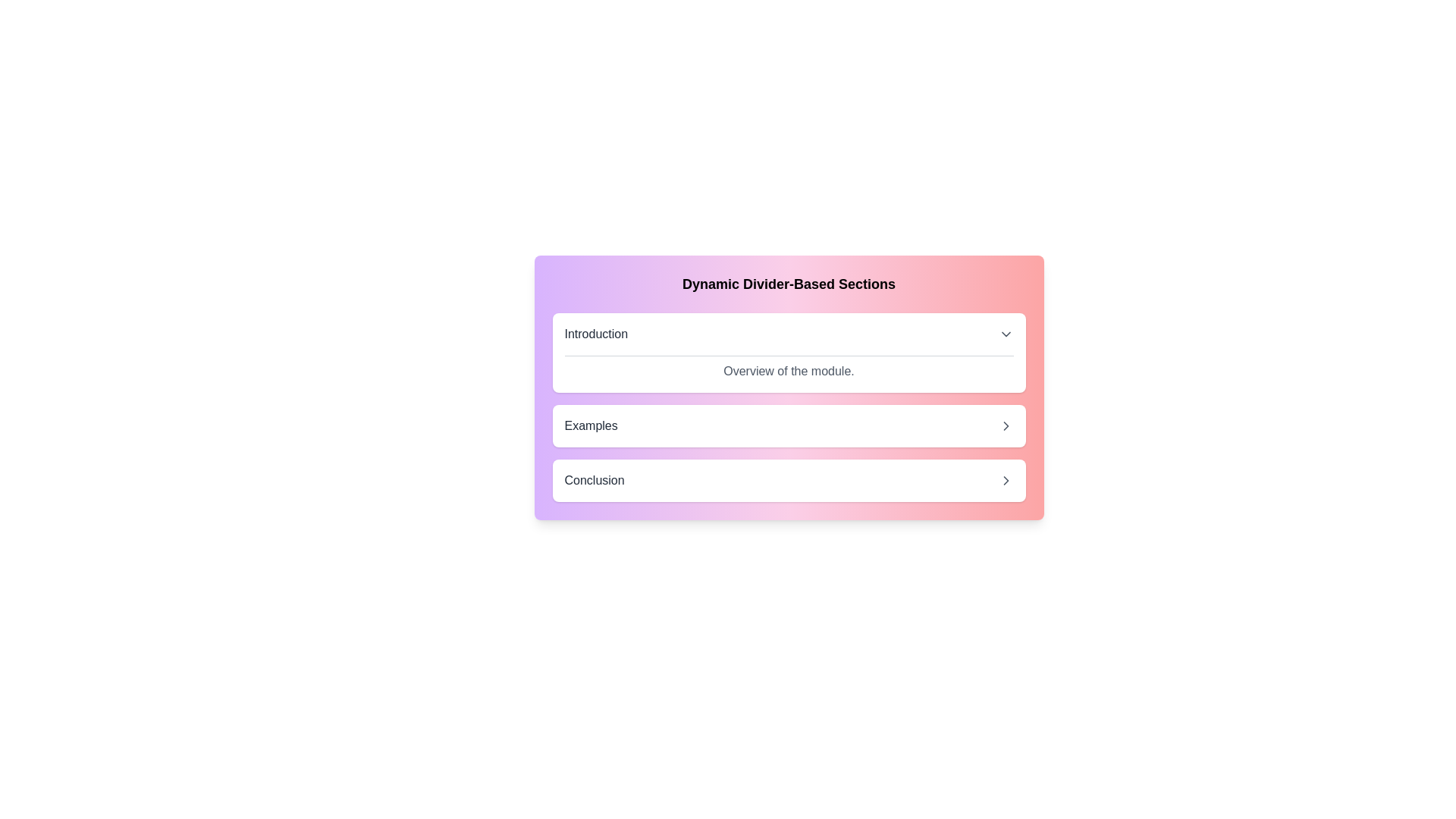 The image size is (1456, 819). Describe the element at coordinates (789, 480) in the screenshot. I see `the Interactive header section containing the text 'Conclusion' for keyboard navigation` at that location.